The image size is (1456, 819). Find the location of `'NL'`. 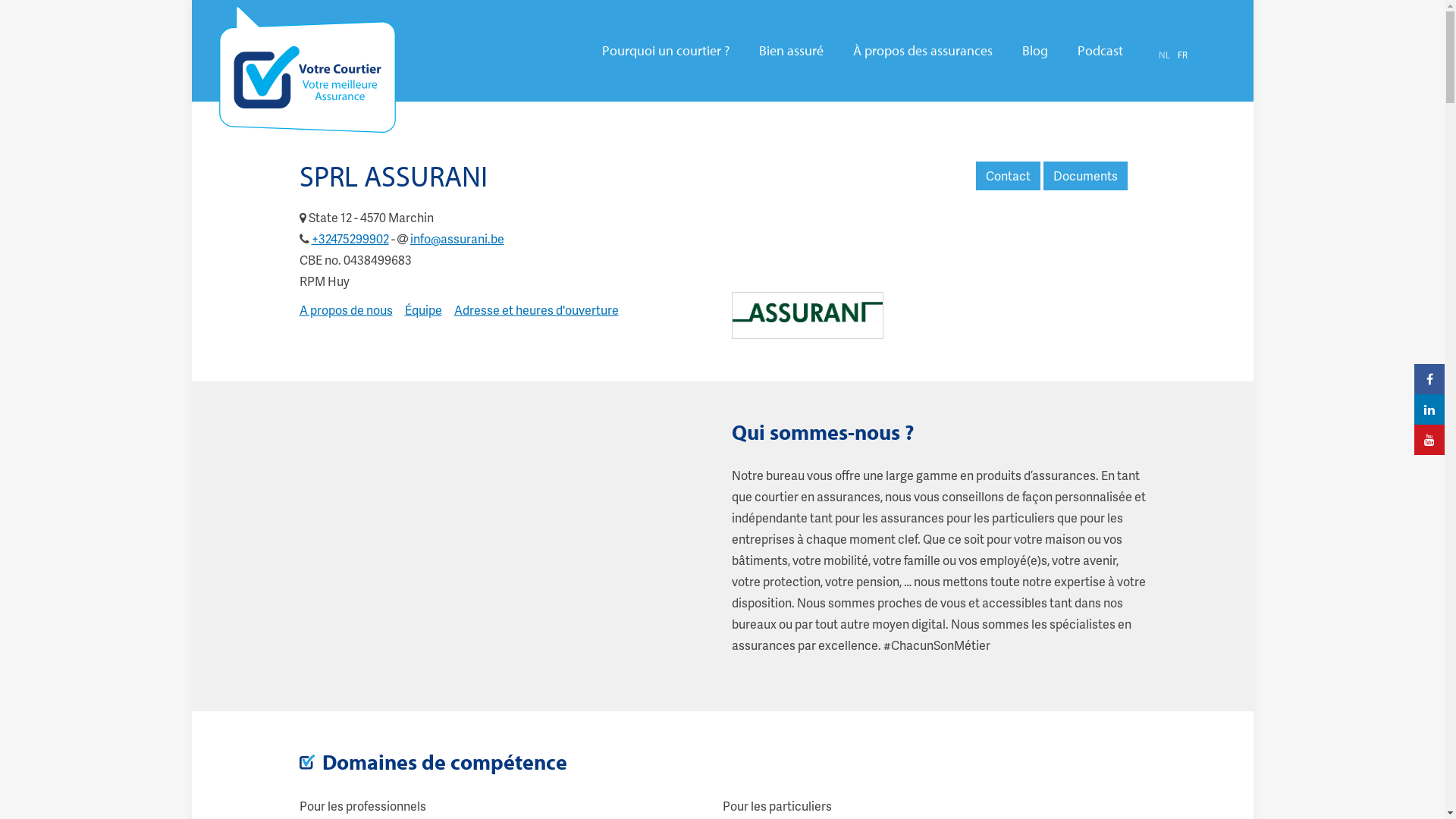

'NL' is located at coordinates (1163, 54).